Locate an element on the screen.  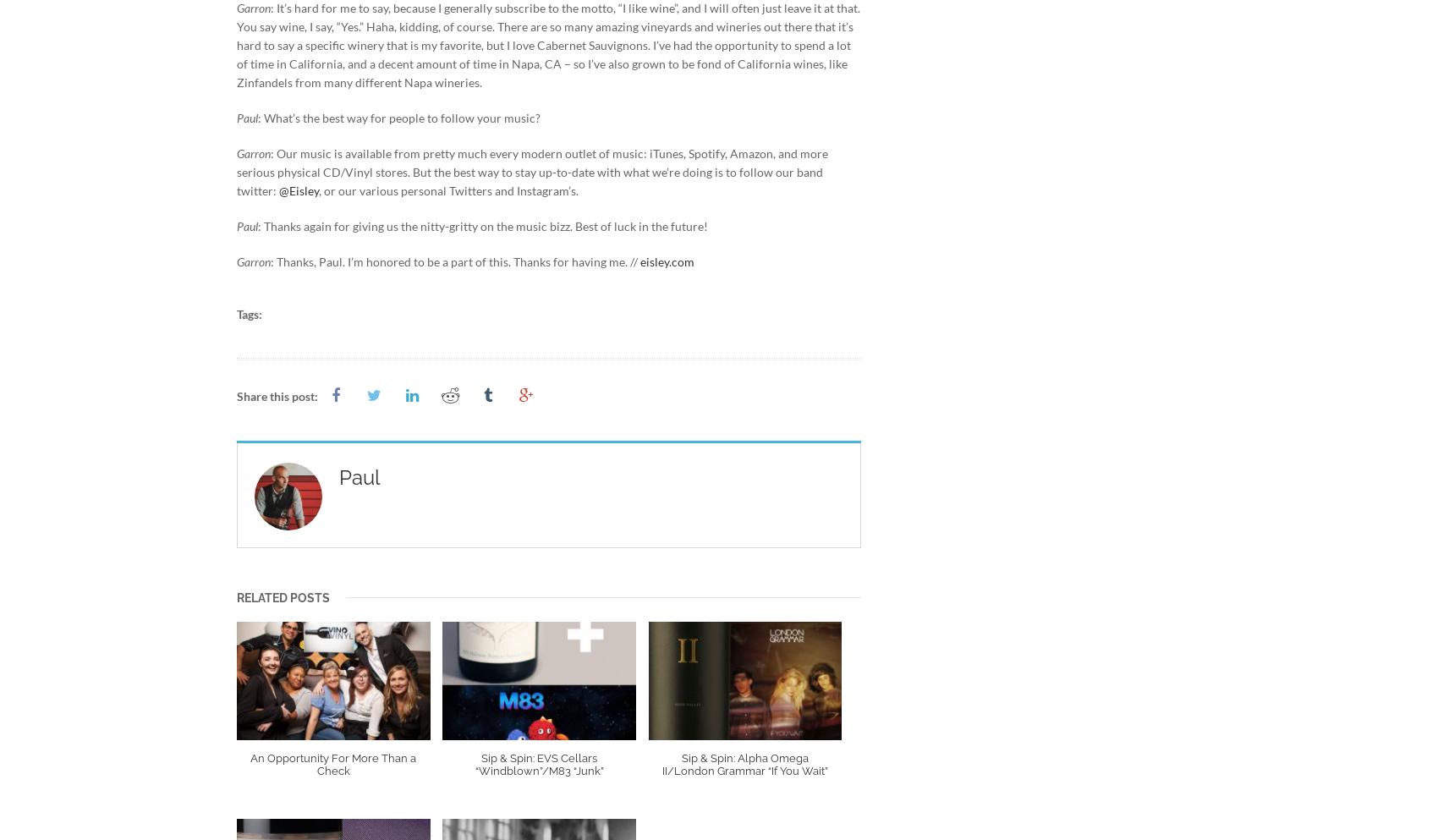
'@Eisley' is located at coordinates (298, 189).